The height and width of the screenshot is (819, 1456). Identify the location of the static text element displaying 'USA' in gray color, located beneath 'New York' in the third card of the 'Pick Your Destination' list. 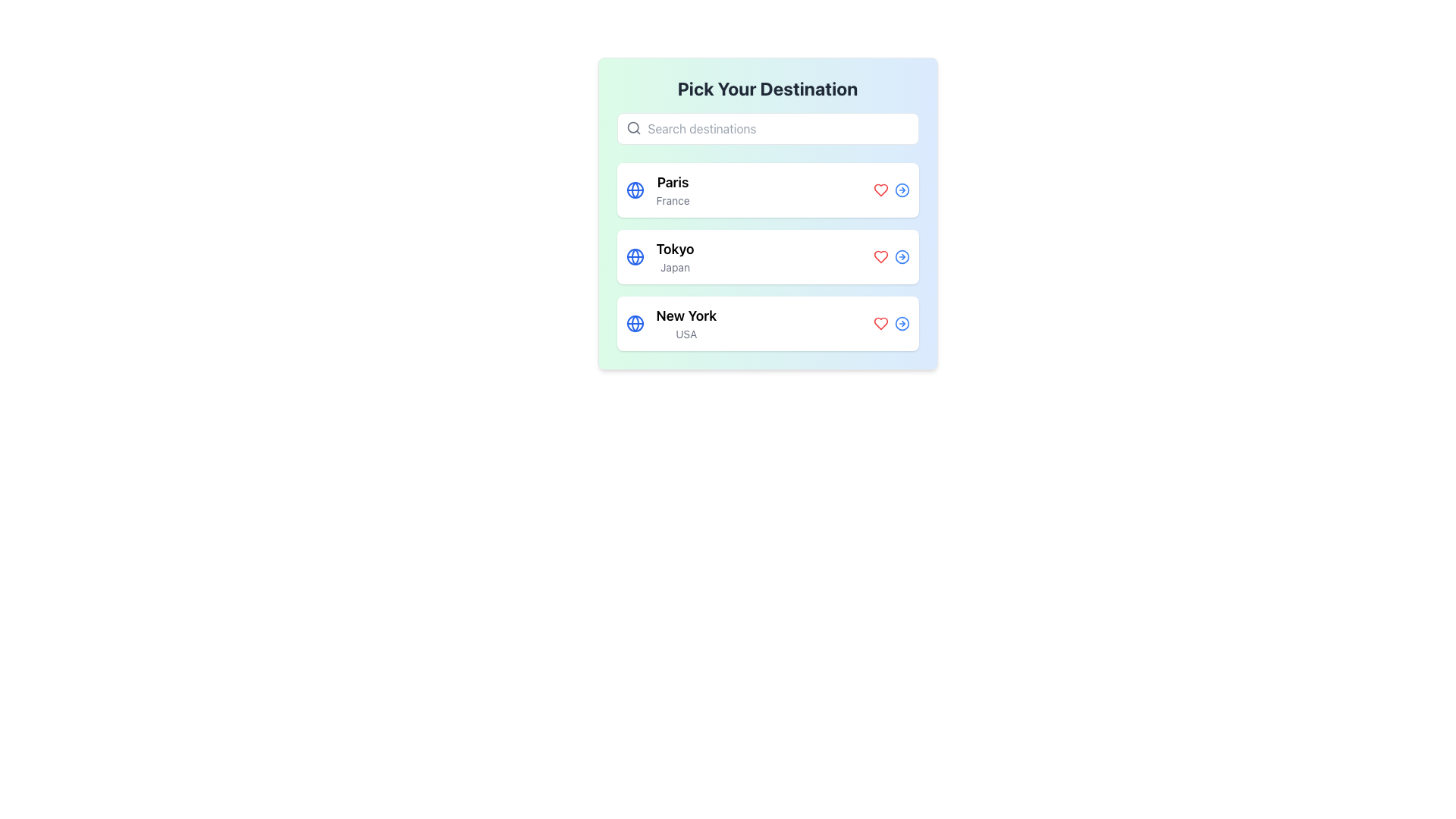
(686, 333).